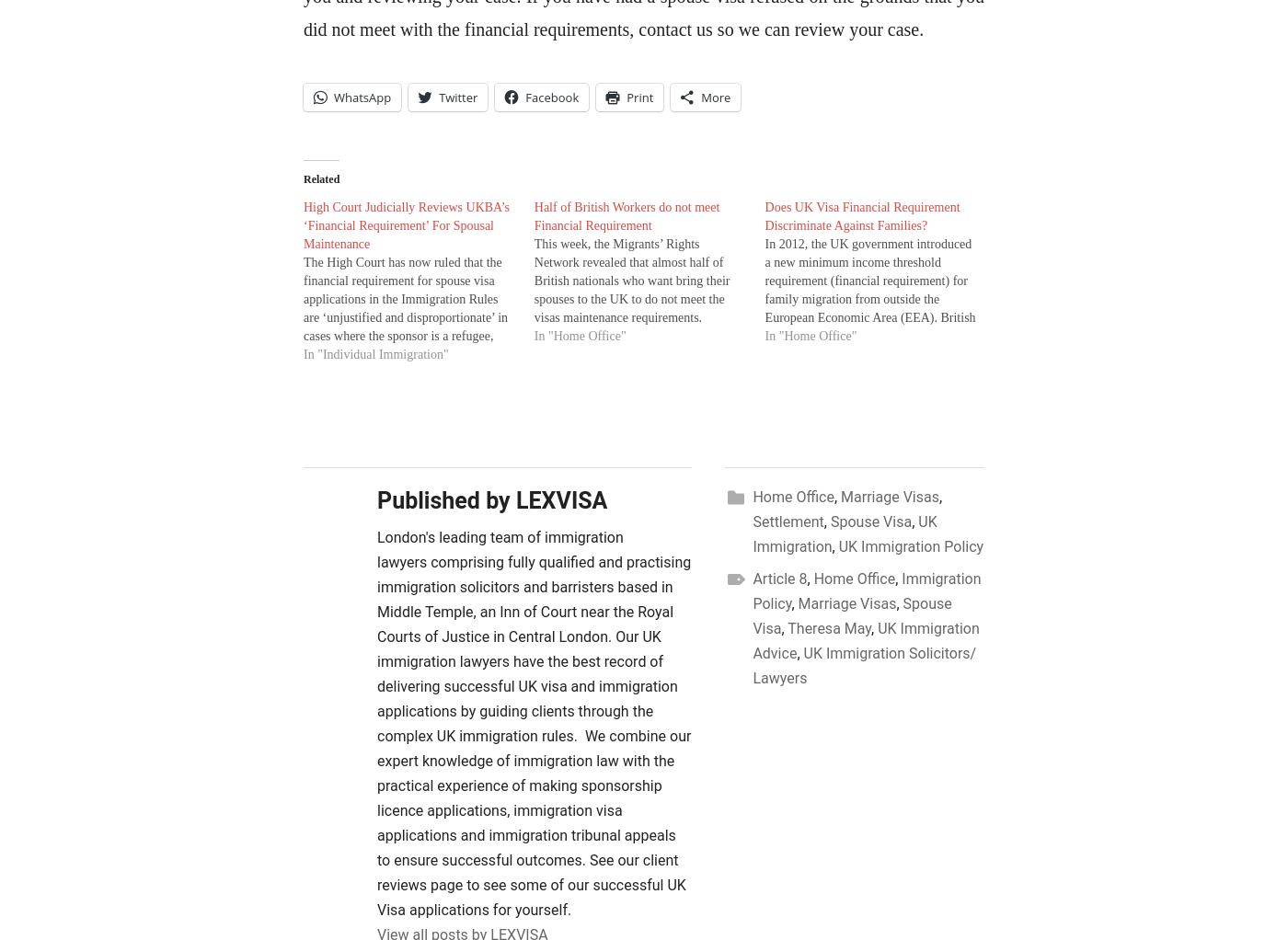  What do you see at coordinates (457, 95) in the screenshot?
I see `'Twitter'` at bounding box center [457, 95].